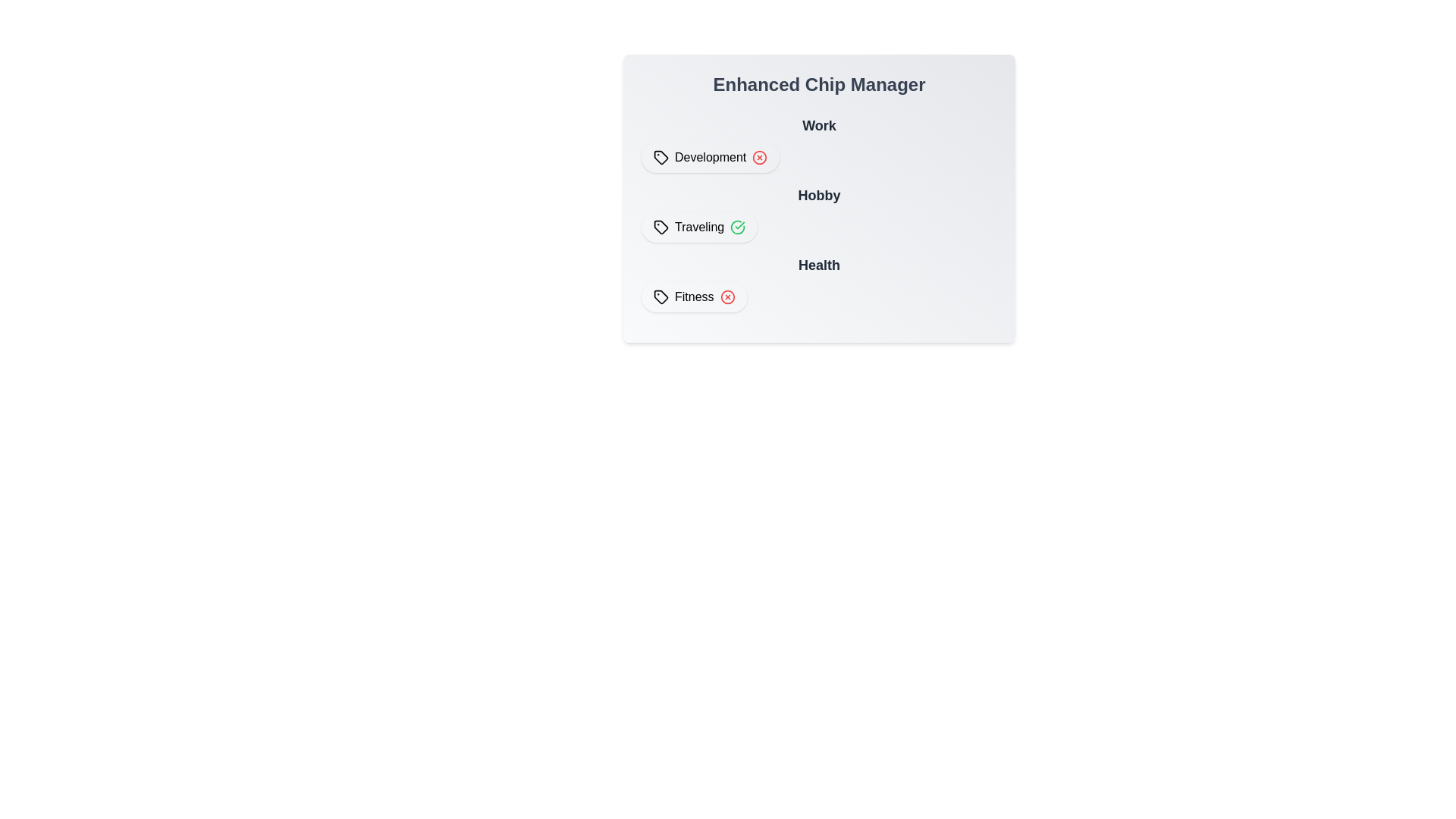 The height and width of the screenshot is (819, 1456). Describe the element at coordinates (693, 297) in the screenshot. I see `the chip labeled Fitness` at that location.